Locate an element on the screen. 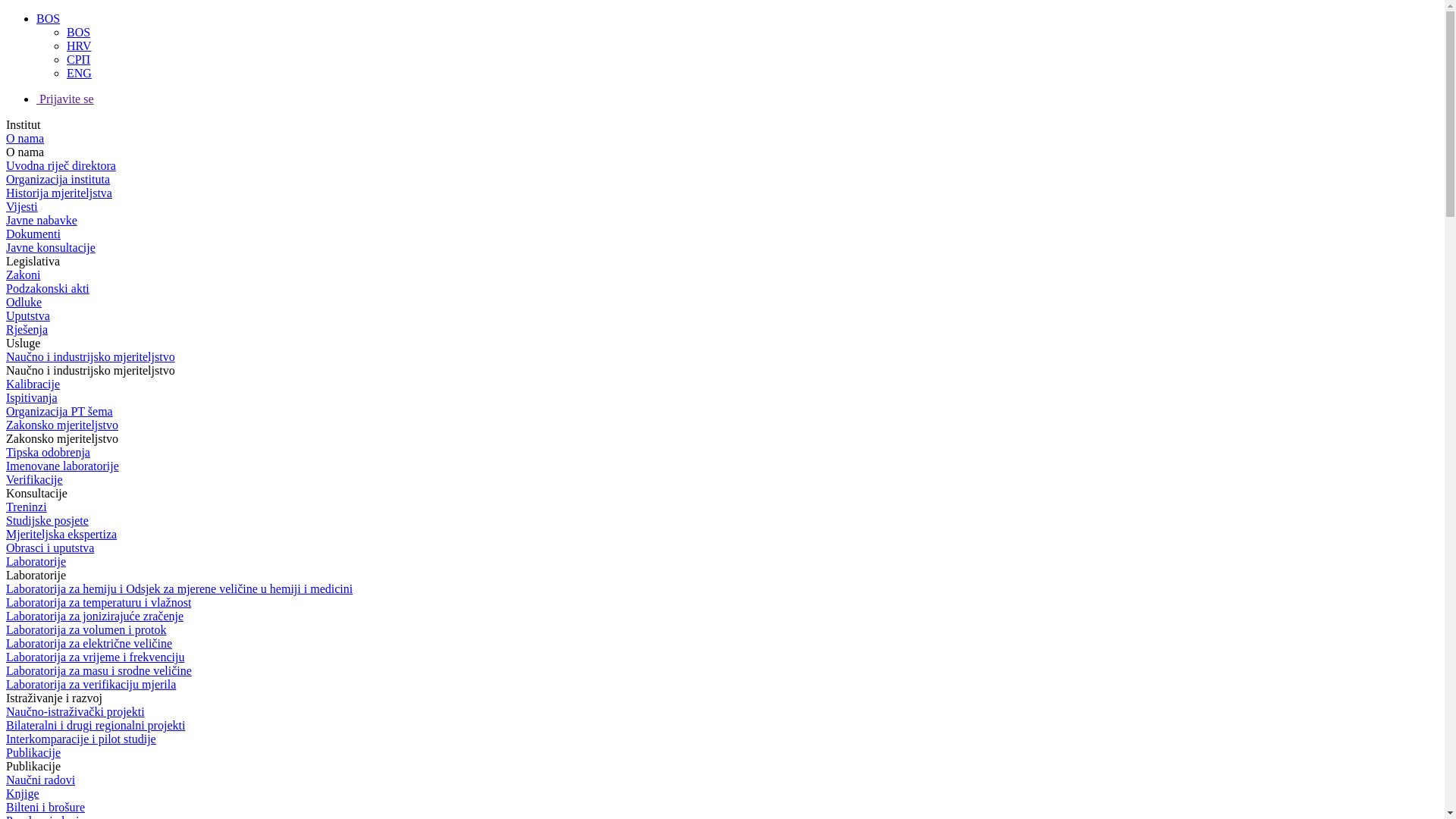 Image resolution: width=1456 pixels, height=819 pixels. 'Dokumenti' is located at coordinates (33, 234).